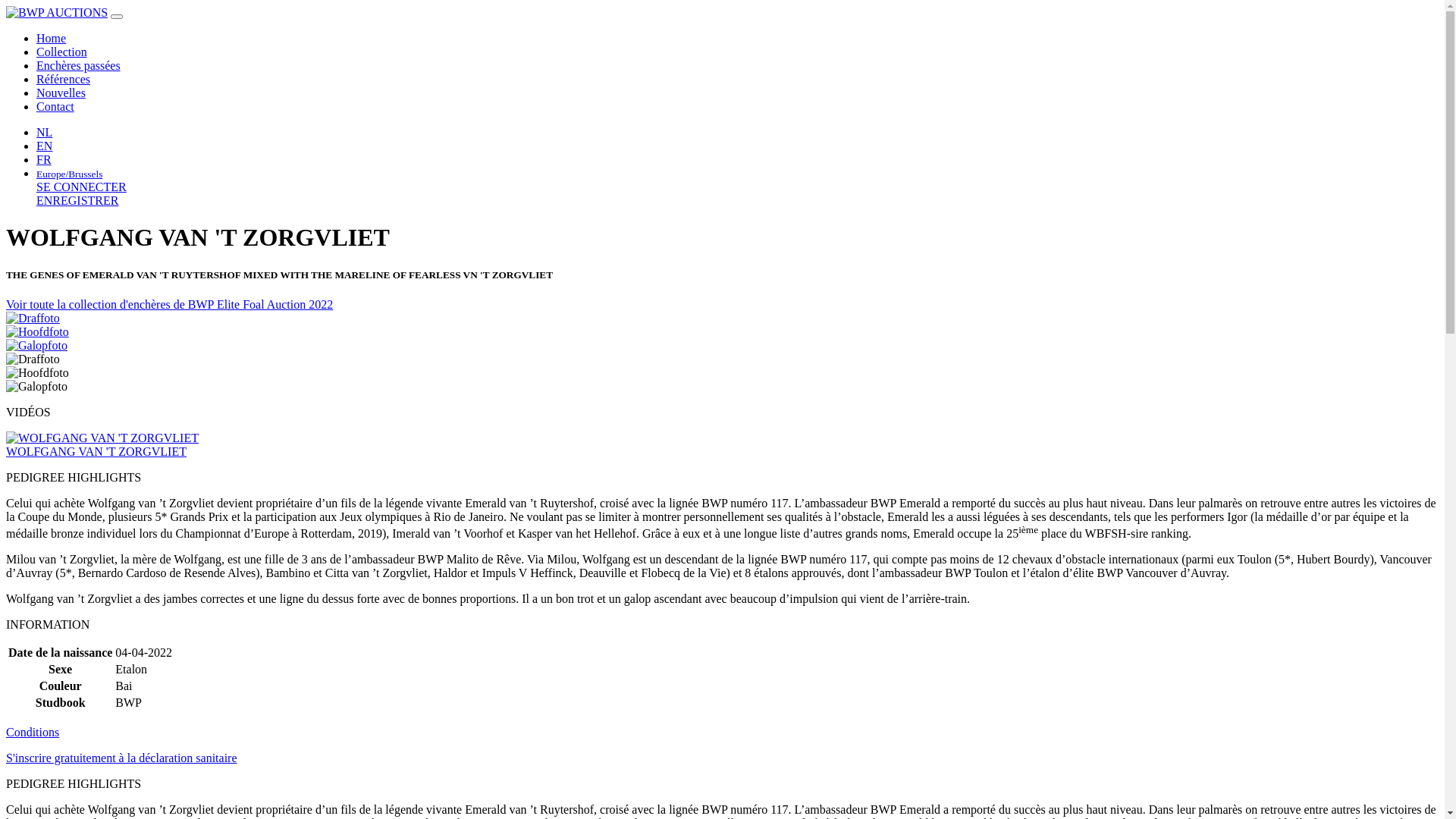 The width and height of the screenshot is (1456, 819). What do you see at coordinates (6, 444) in the screenshot?
I see `'WOLFGANG VAN 'T ZORGVLIET'` at bounding box center [6, 444].